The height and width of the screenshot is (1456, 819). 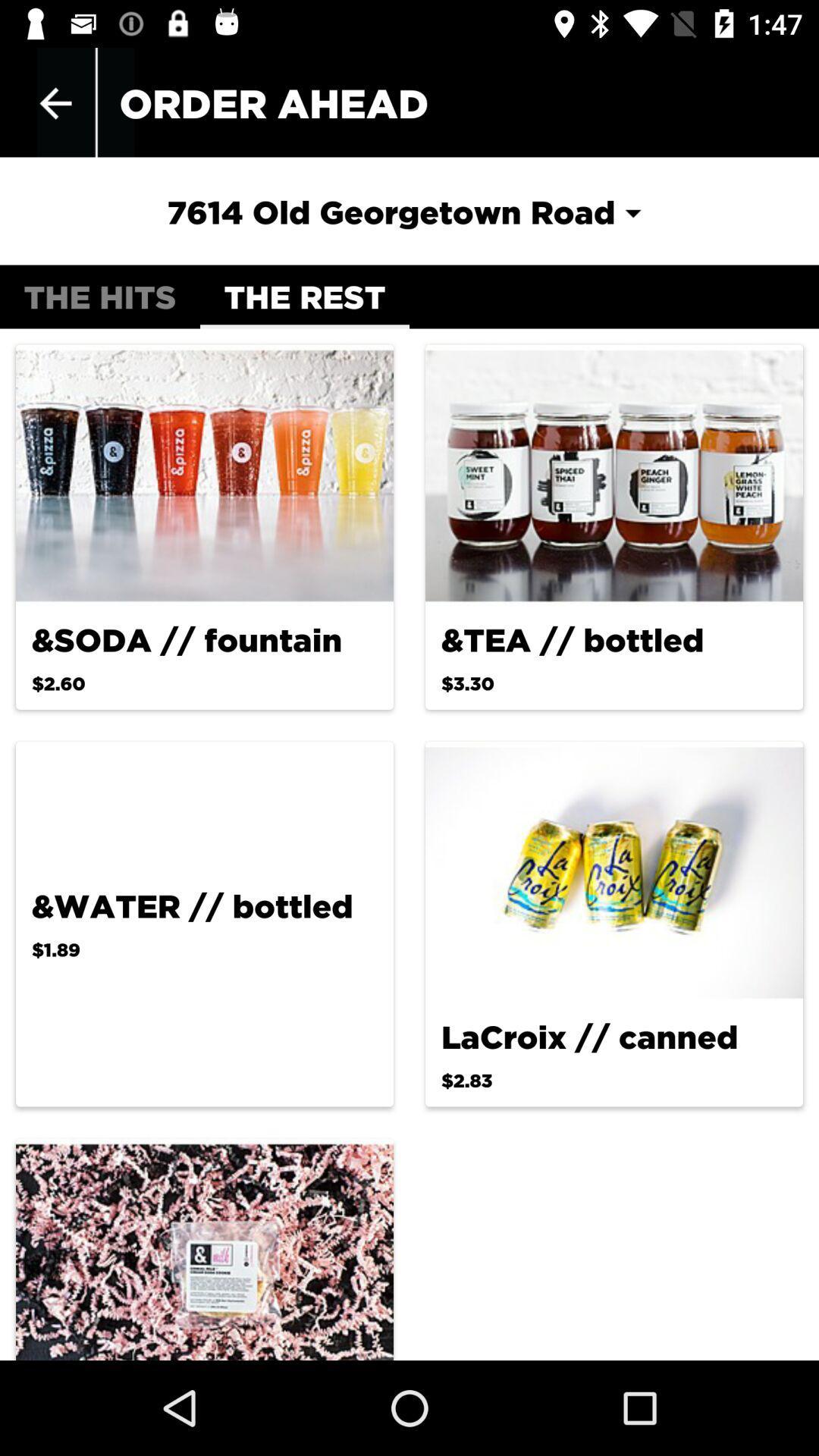 I want to click on app to the left of the order ahead app, so click(x=55, y=102).